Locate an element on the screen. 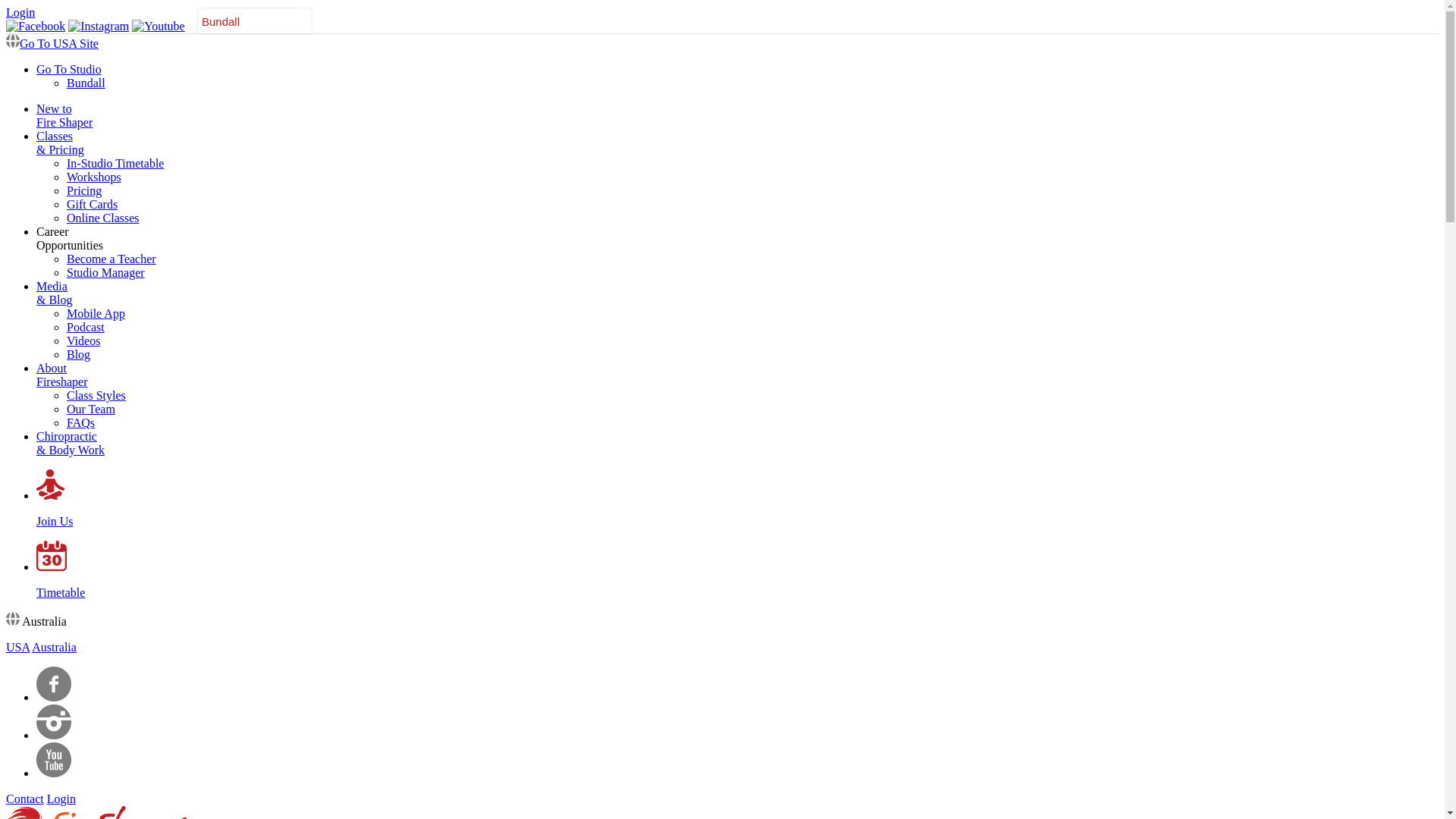 The height and width of the screenshot is (819, 1456). 'Login' is located at coordinates (61, 798).